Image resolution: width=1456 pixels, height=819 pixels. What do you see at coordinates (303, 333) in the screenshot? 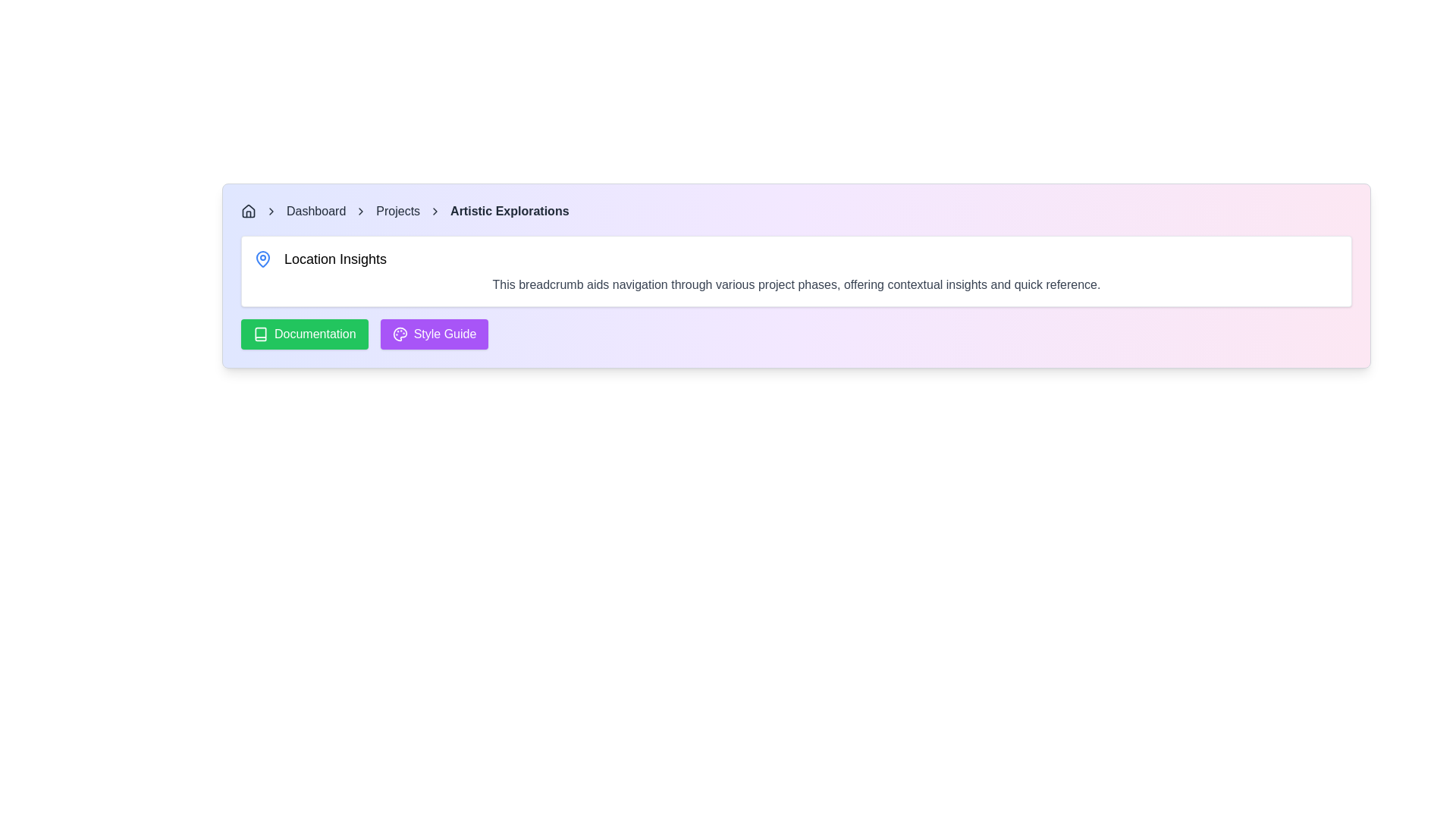
I see `the green 'Documentation' button with an open book icon for focus effect` at bounding box center [303, 333].